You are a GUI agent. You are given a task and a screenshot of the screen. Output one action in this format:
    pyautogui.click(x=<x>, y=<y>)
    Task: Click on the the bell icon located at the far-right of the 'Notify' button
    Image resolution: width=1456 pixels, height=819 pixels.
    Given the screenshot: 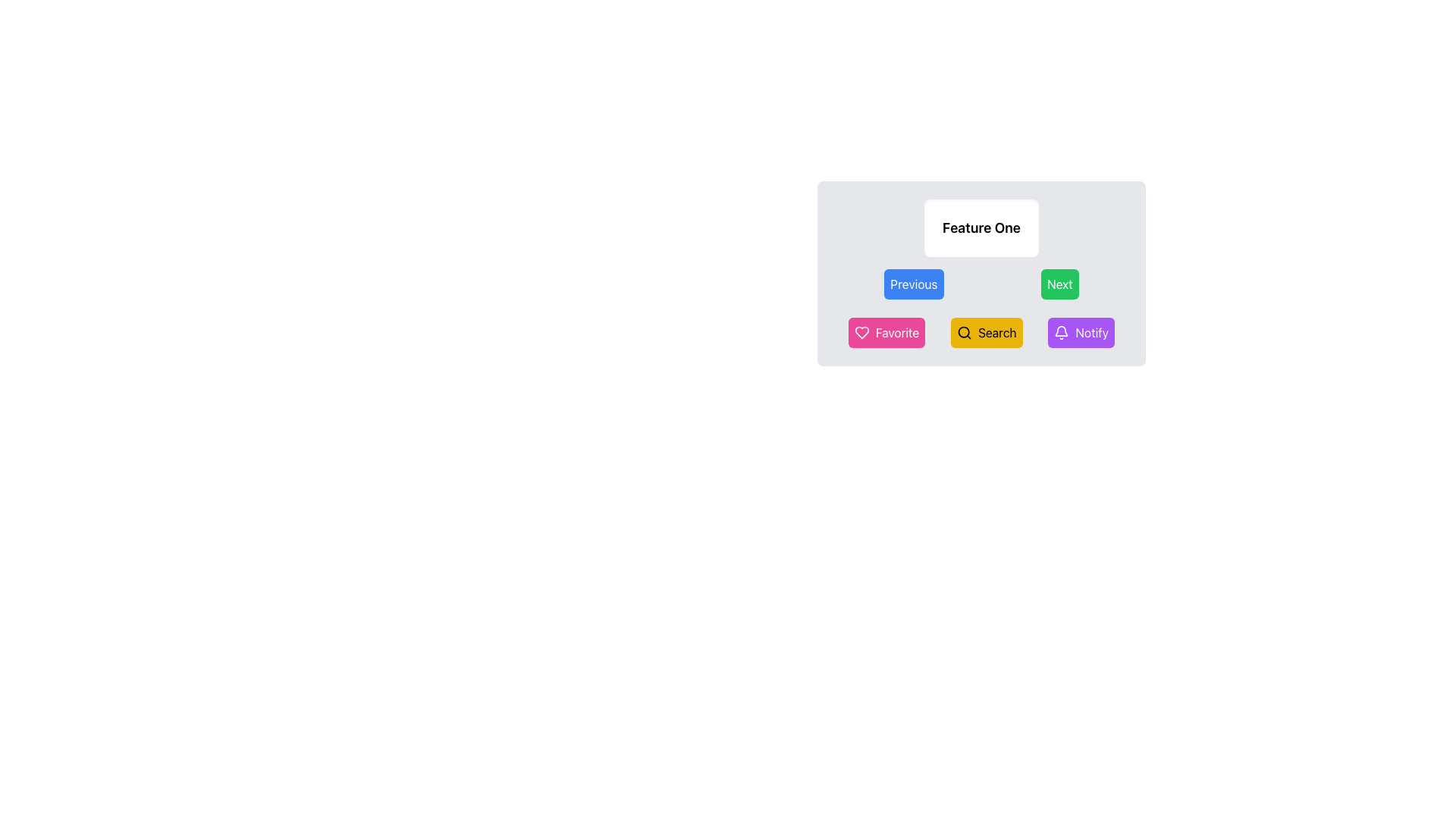 What is the action you would take?
    pyautogui.click(x=1061, y=332)
    